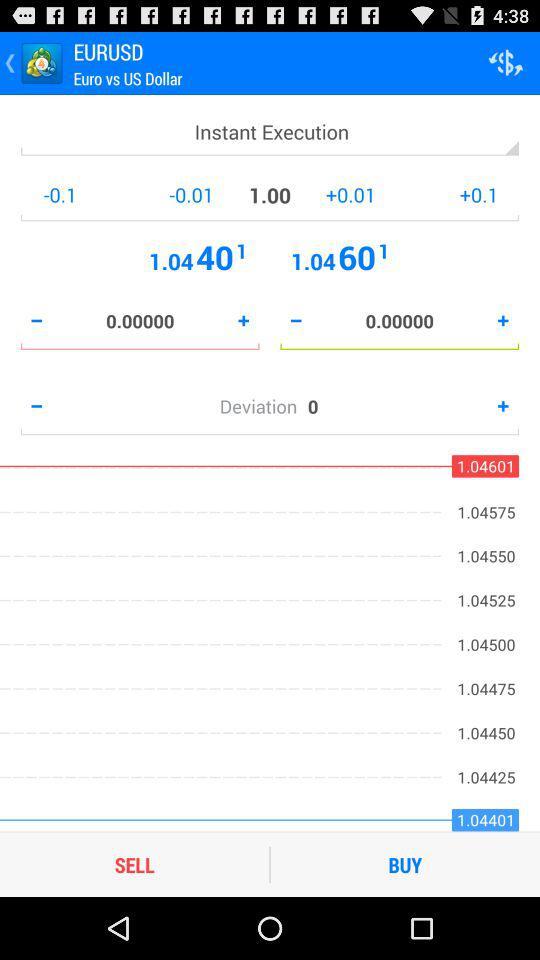 The image size is (540, 960). Describe the element at coordinates (134, 863) in the screenshot. I see `the sell item` at that location.